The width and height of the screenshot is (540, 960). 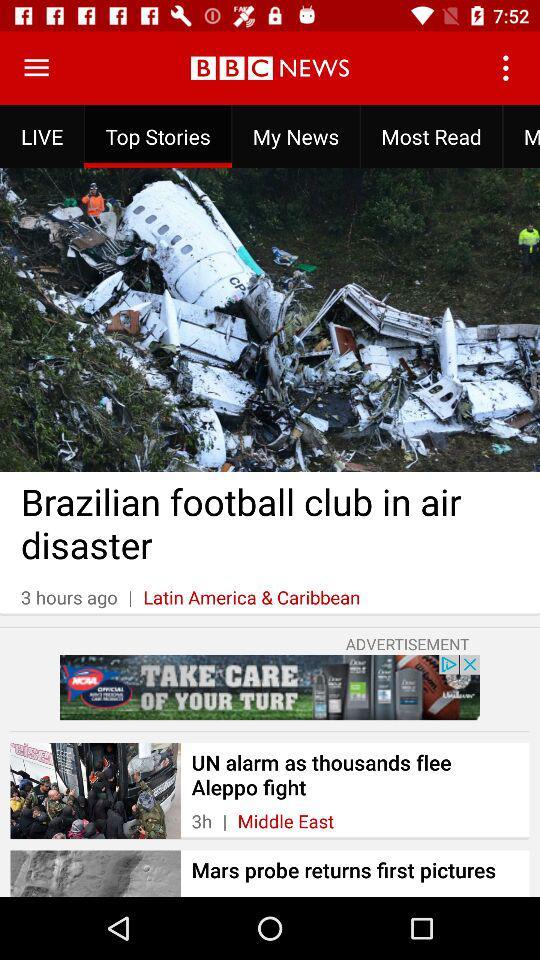 What do you see at coordinates (270, 687) in the screenshot?
I see `advertisement` at bounding box center [270, 687].